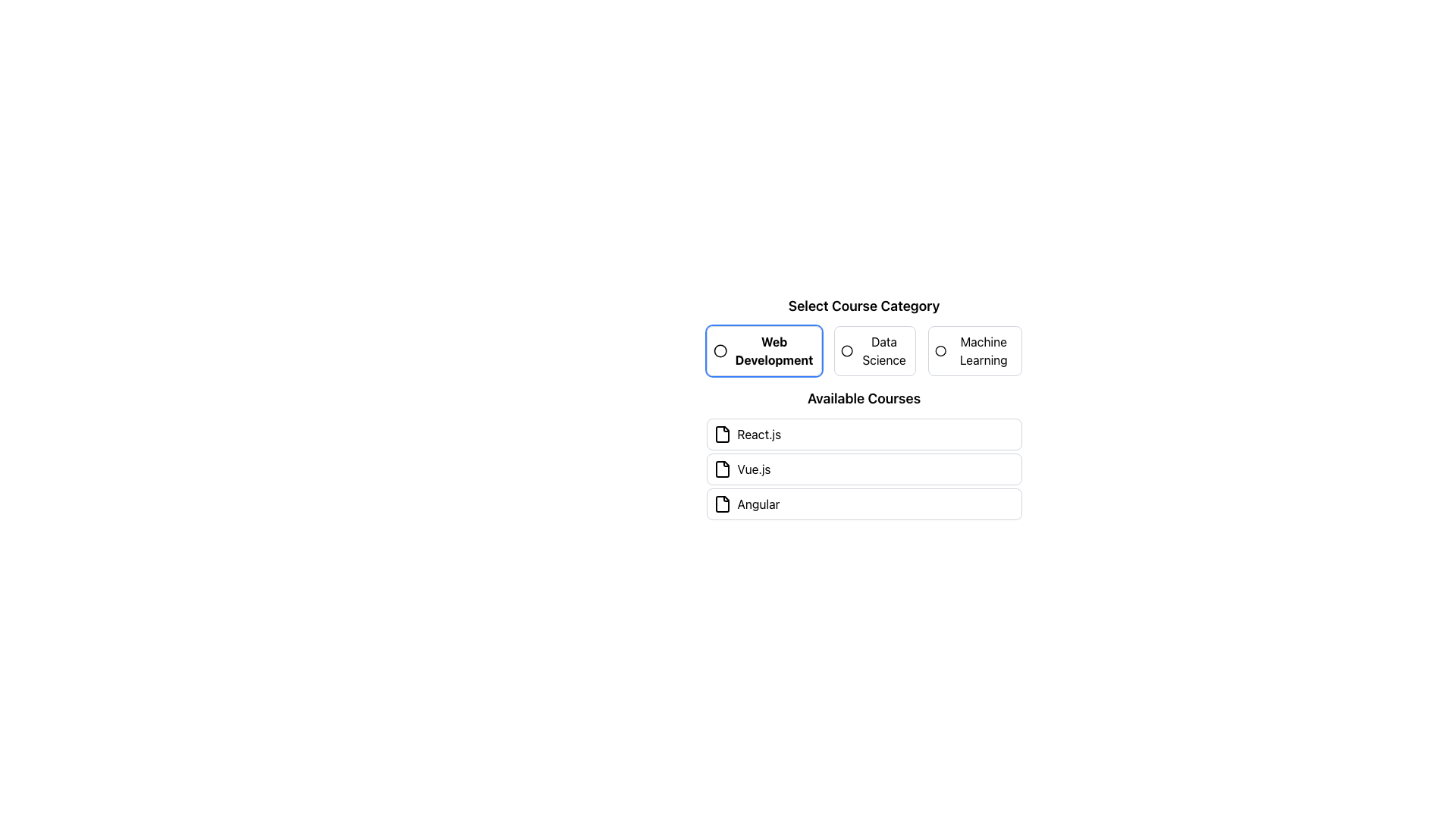 Image resolution: width=1456 pixels, height=819 pixels. I want to click on the circular icon with a thin black outline located to the left of the text 'Data Science' in the interface, so click(846, 350).